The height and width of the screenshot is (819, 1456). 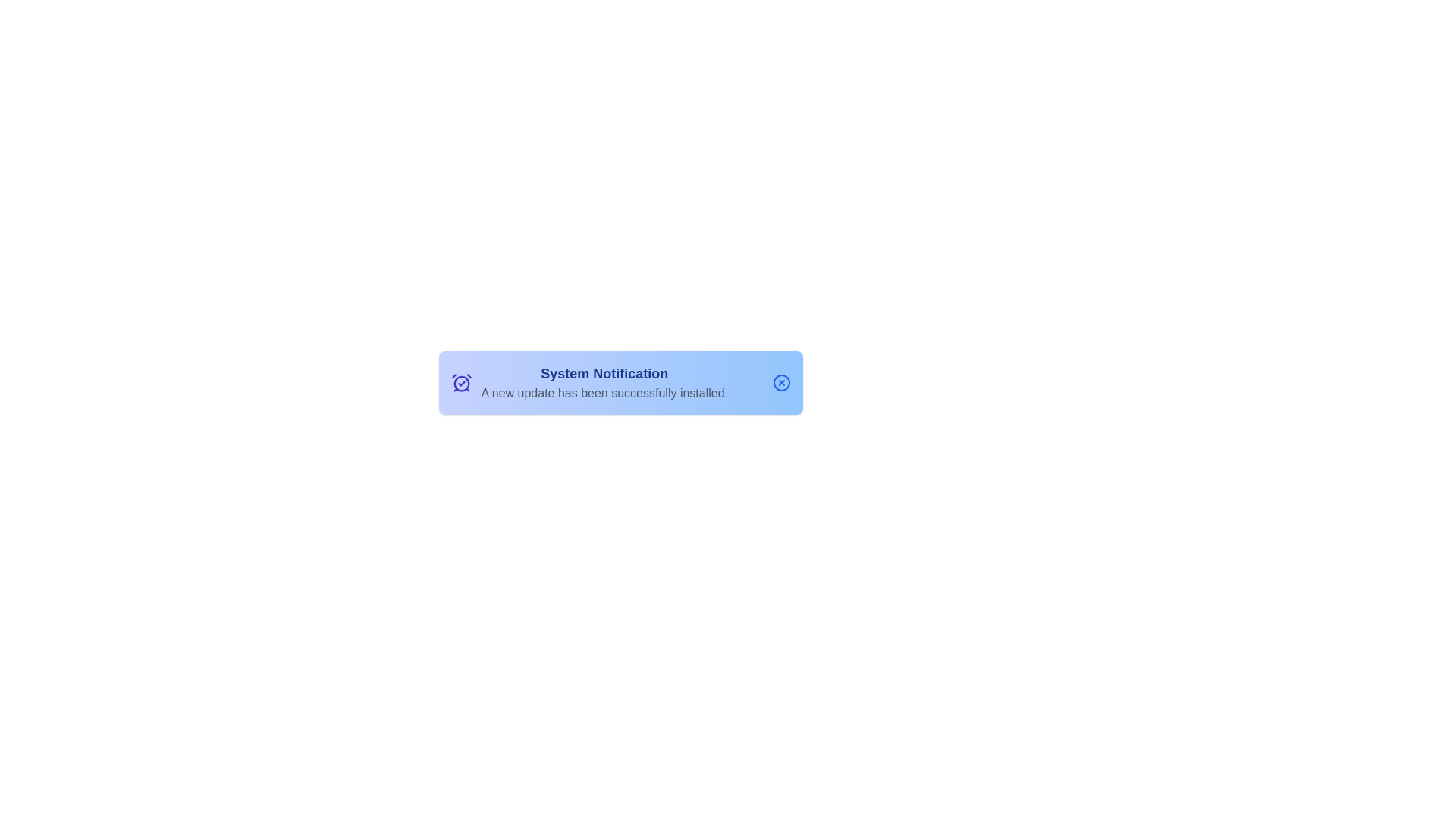 What do you see at coordinates (460, 382) in the screenshot?
I see `the icon that signifies the context of the notification related to time or scheduling, located at the leftmost side of the notification panel, adjacent to the title 'System Notification'` at bounding box center [460, 382].